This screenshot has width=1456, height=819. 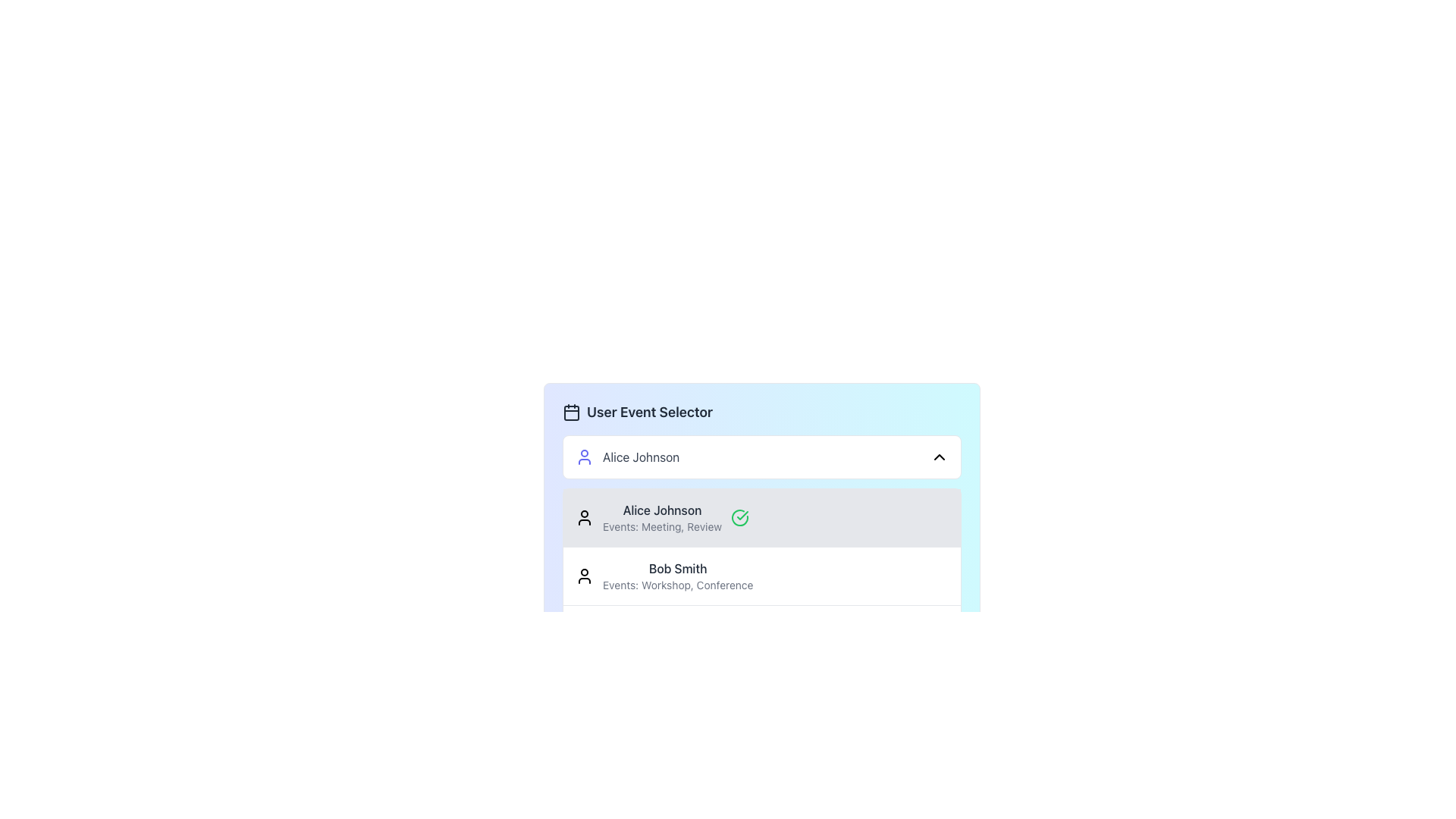 I want to click on the interactive label displaying the name 'Alice Johnson', so click(x=627, y=456).